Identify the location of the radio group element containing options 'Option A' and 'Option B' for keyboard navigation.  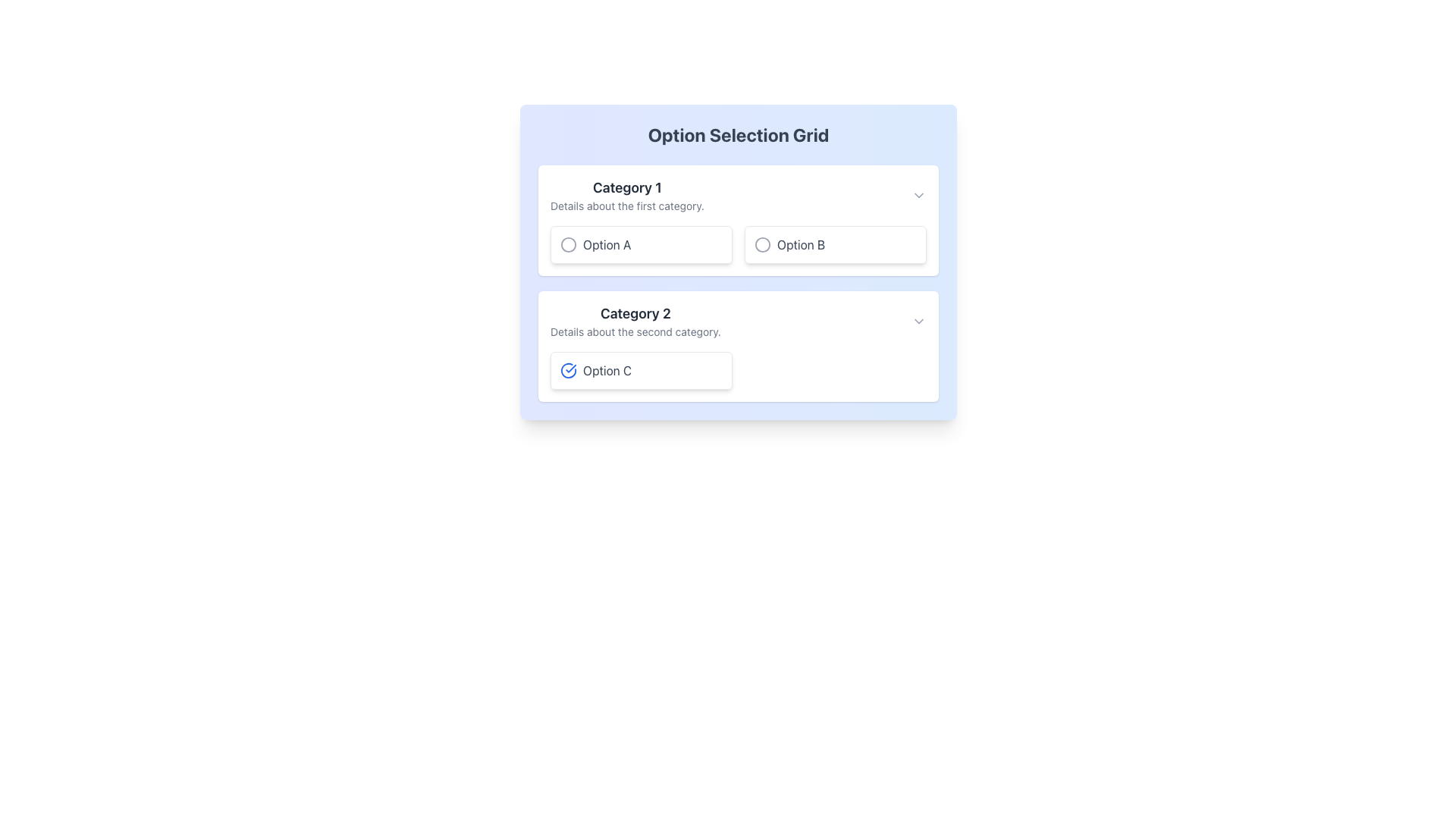
(739, 244).